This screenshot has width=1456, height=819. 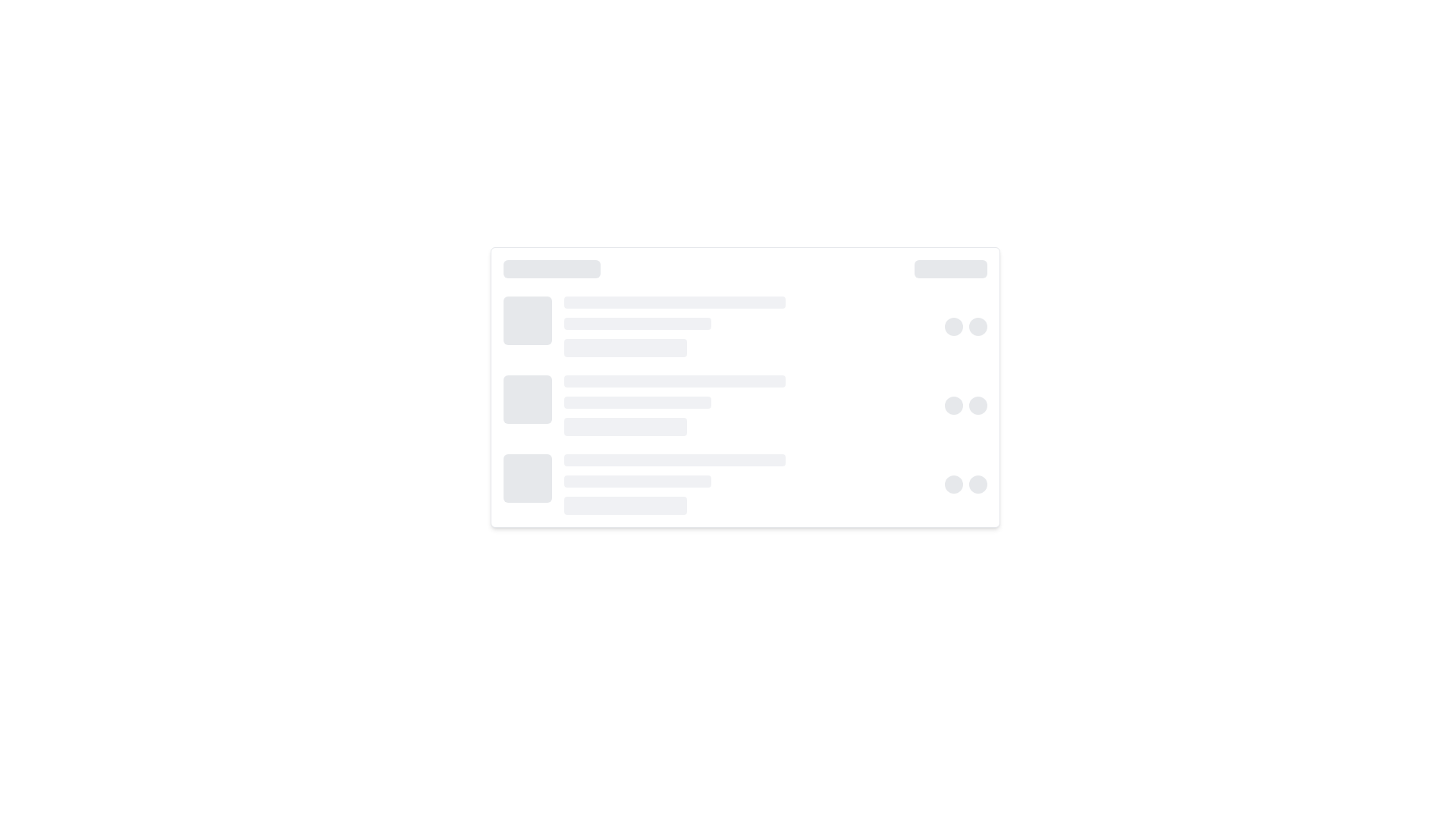 I want to click on the decorative placeholder visual separator located in the top-right section of the card grouping, which has a height of 6px and a light gray background color (#D1D5DB), so click(x=949, y=268).